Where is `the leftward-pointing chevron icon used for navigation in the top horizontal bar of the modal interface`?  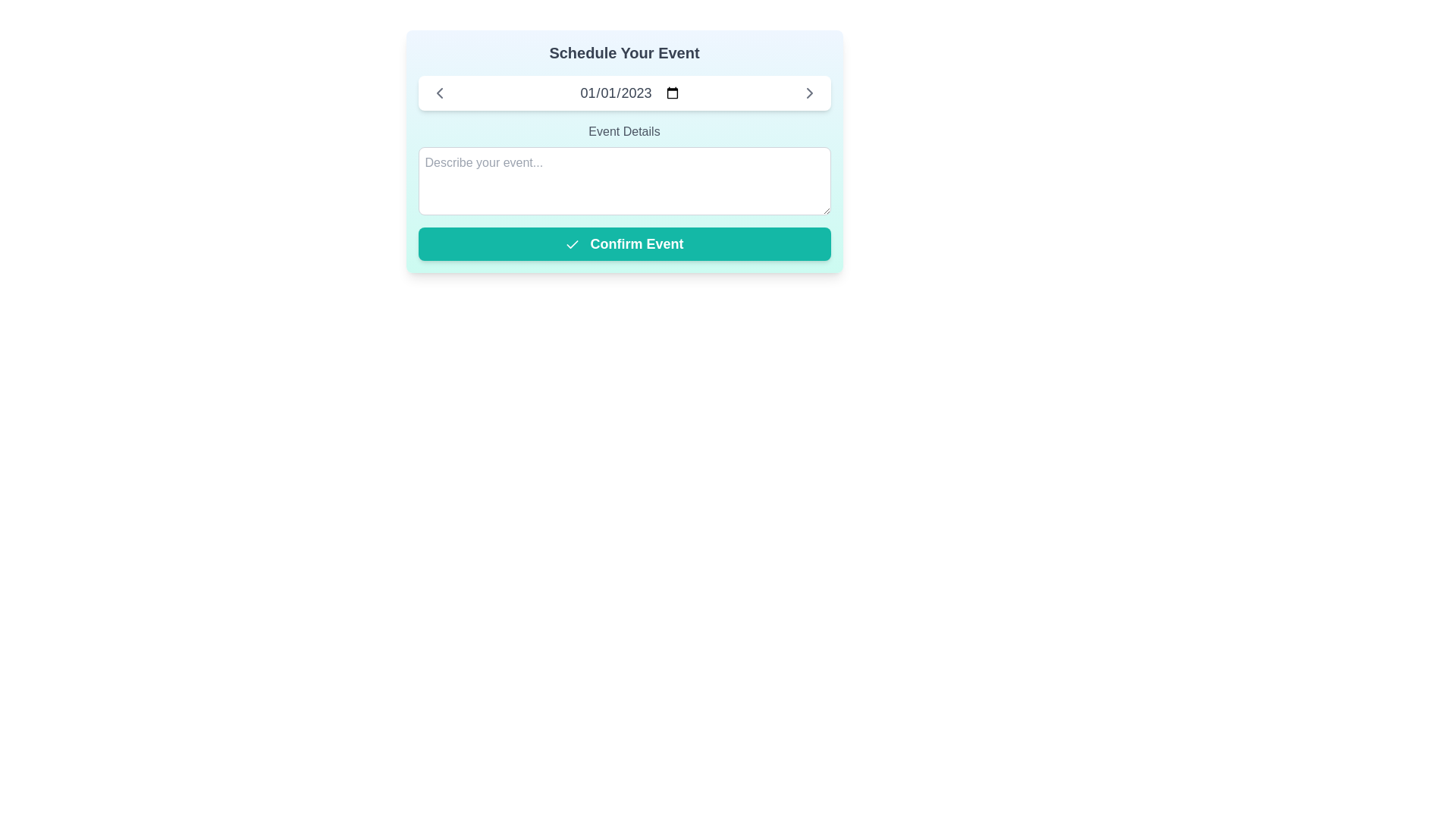 the leftward-pointing chevron icon used for navigation in the top horizontal bar of the modal interface is located at coordinates (438, 93).